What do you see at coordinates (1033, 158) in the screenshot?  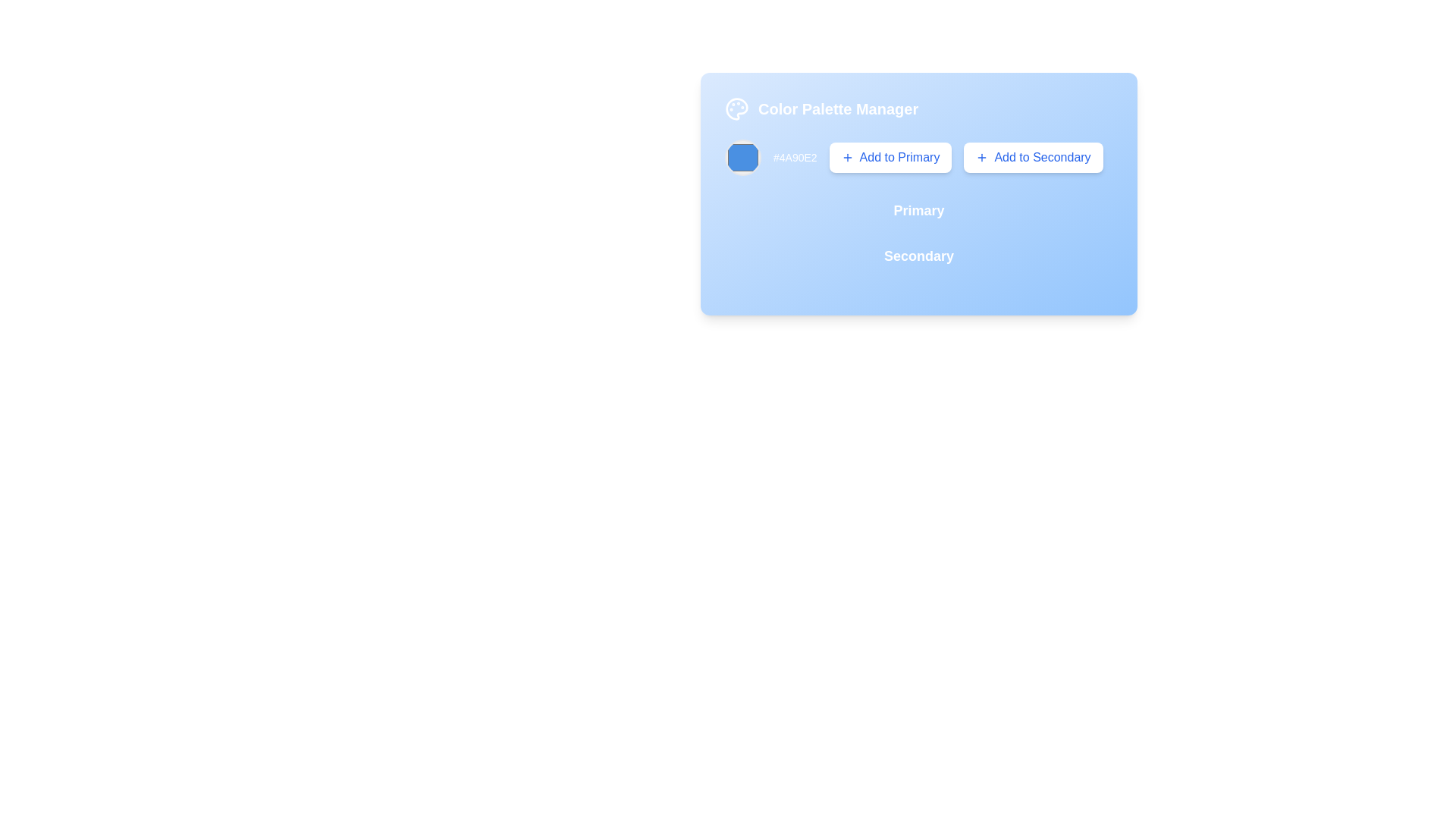 I see `the 'Add to Secondary' button, which is a rectangular button with blue text on a white background, located within the 'Color Palette Manager' card` at bounding box center [1033, 158].